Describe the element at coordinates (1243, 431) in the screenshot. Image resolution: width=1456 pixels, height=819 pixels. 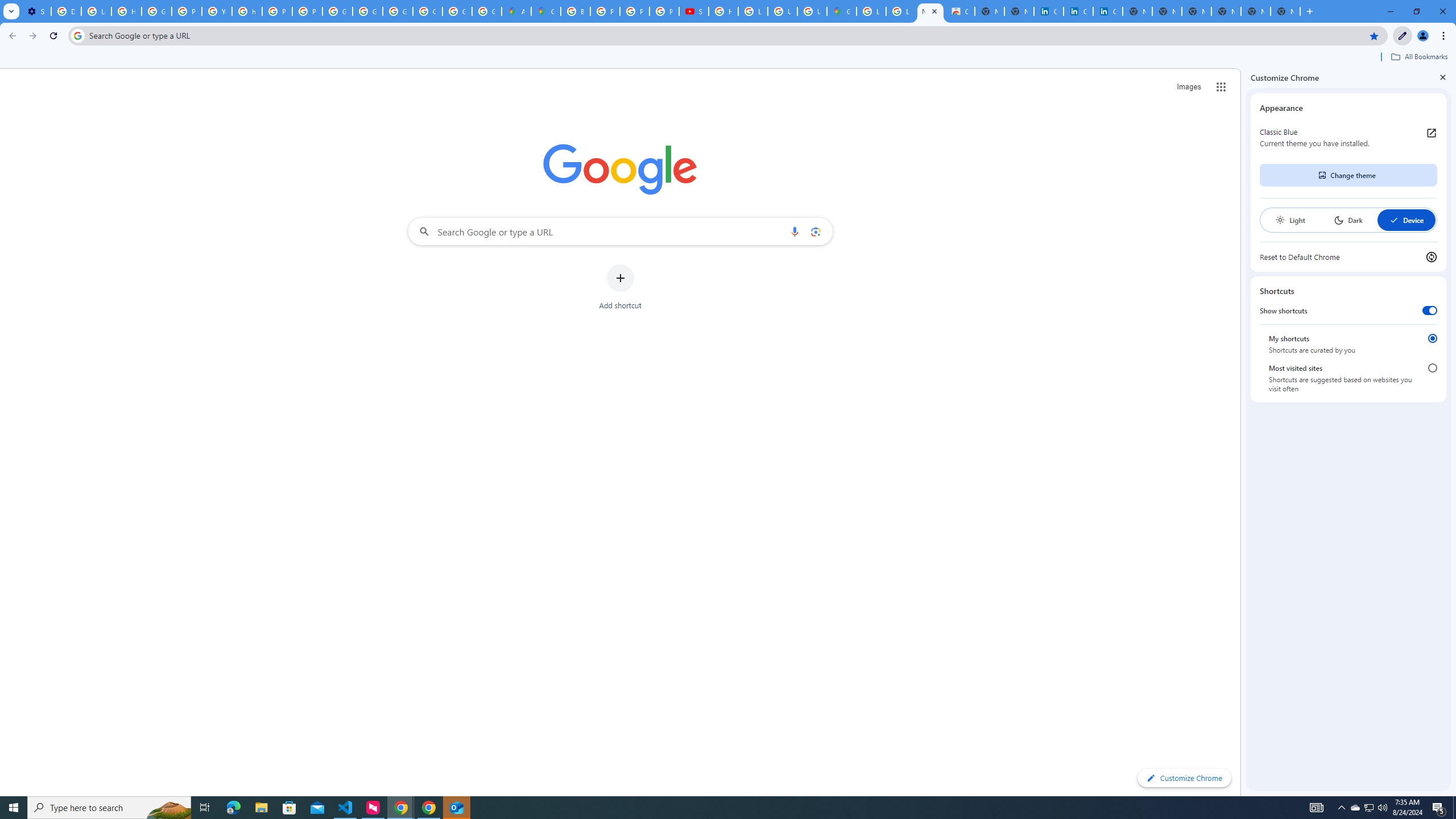
I see `'Side Panel Resize Handle'` at that location.